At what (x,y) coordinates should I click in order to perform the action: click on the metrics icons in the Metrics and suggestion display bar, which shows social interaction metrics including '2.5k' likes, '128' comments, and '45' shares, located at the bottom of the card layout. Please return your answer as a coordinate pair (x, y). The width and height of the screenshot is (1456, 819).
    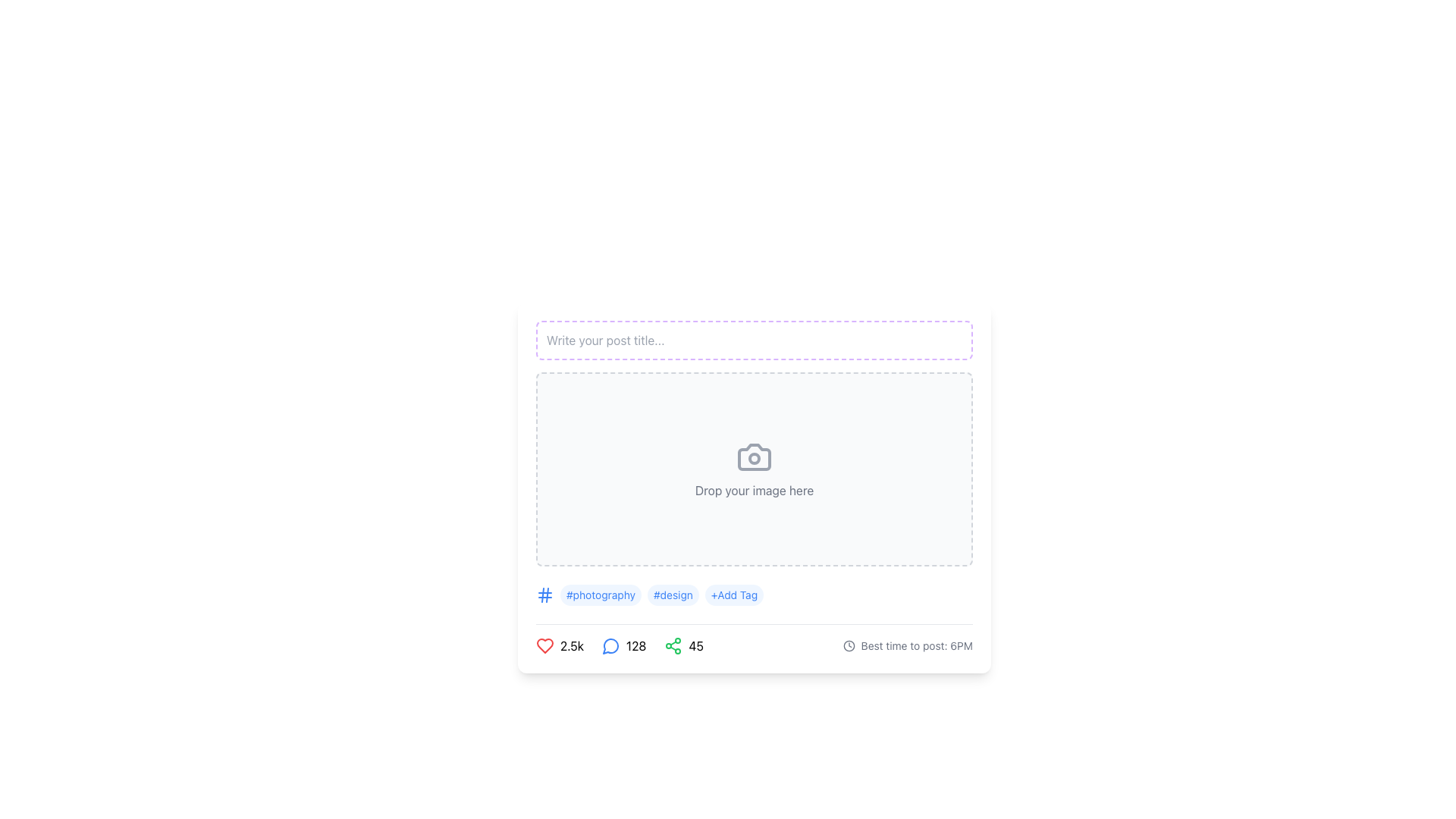
    Looking at the image, I should click on (754, 639).